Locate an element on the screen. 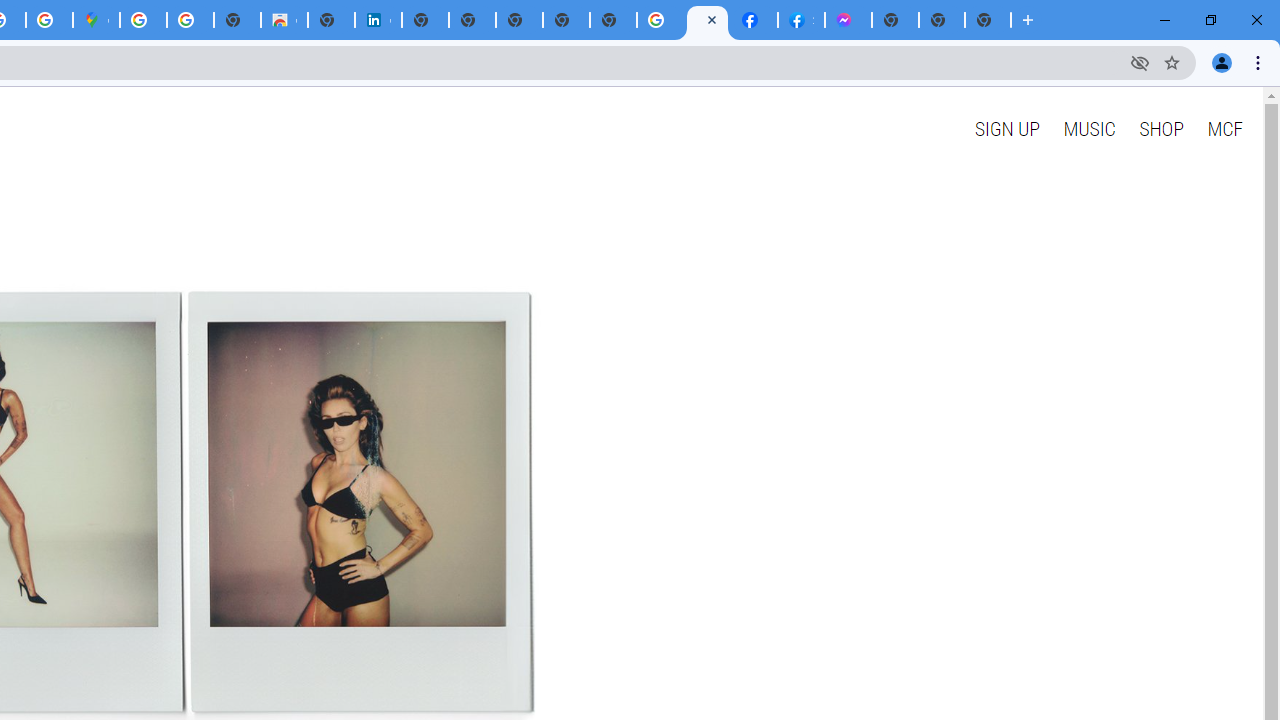 The height and width of the screenshot is (720, 1280). 'MUSIC' is located at coordinates (1088, 128).